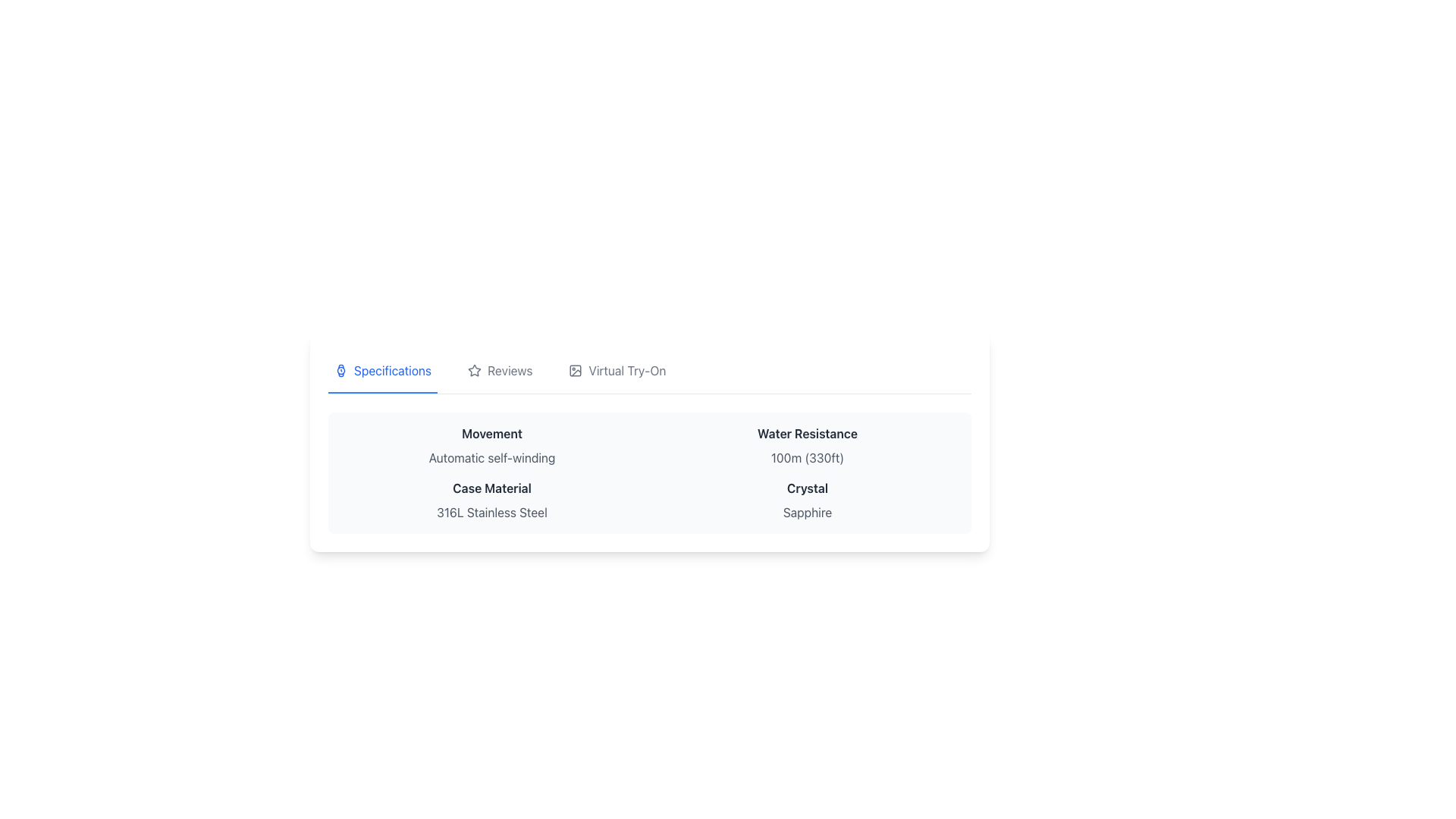  Describe the element at coordinates (500, 371) in the screenshot. I see `the 'Reviews' tab in the navigation bar` at that location.